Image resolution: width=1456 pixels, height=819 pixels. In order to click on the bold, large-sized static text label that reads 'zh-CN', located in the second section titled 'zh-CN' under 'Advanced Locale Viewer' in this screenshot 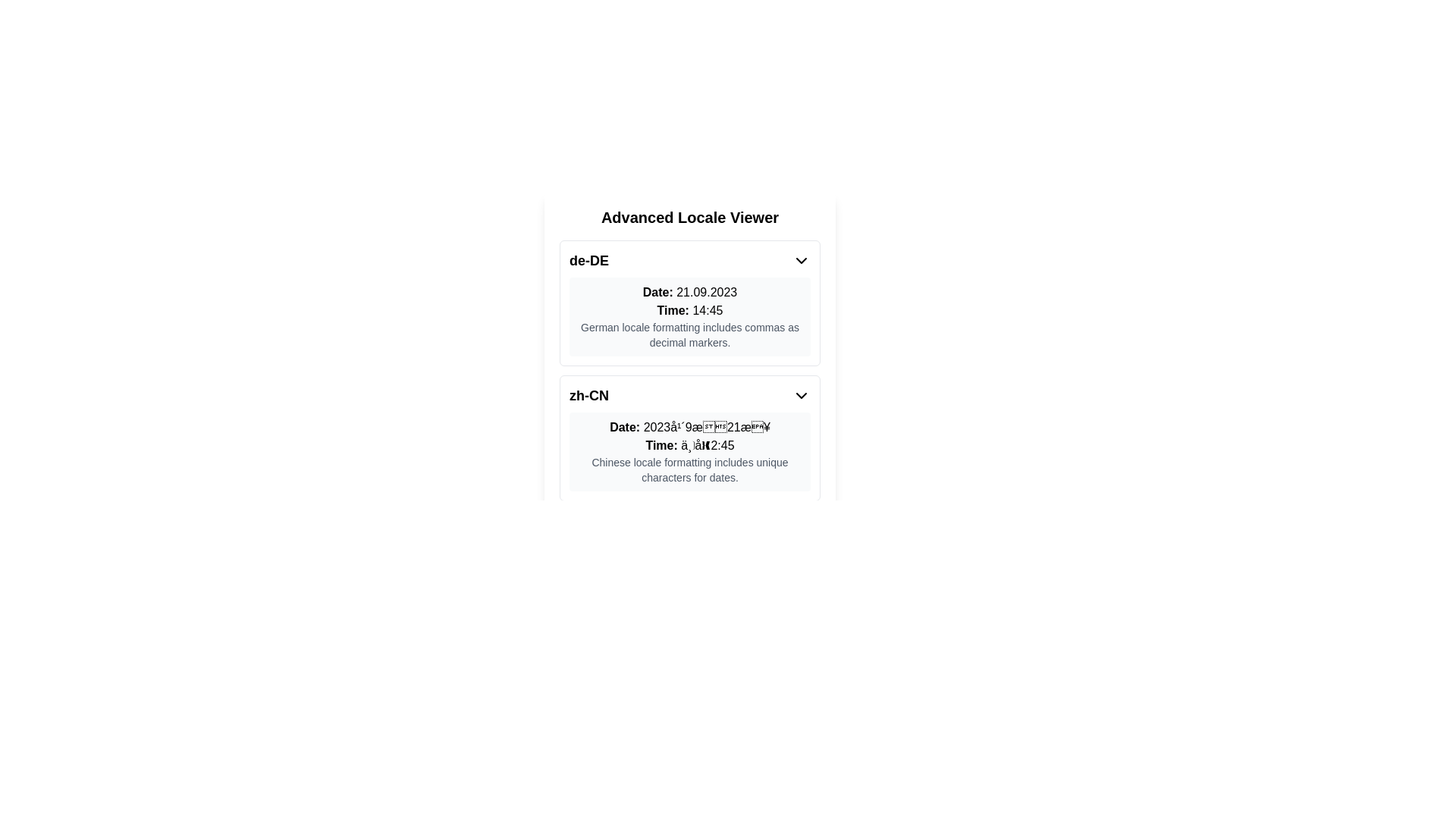, I will do `click(588, 394)`.